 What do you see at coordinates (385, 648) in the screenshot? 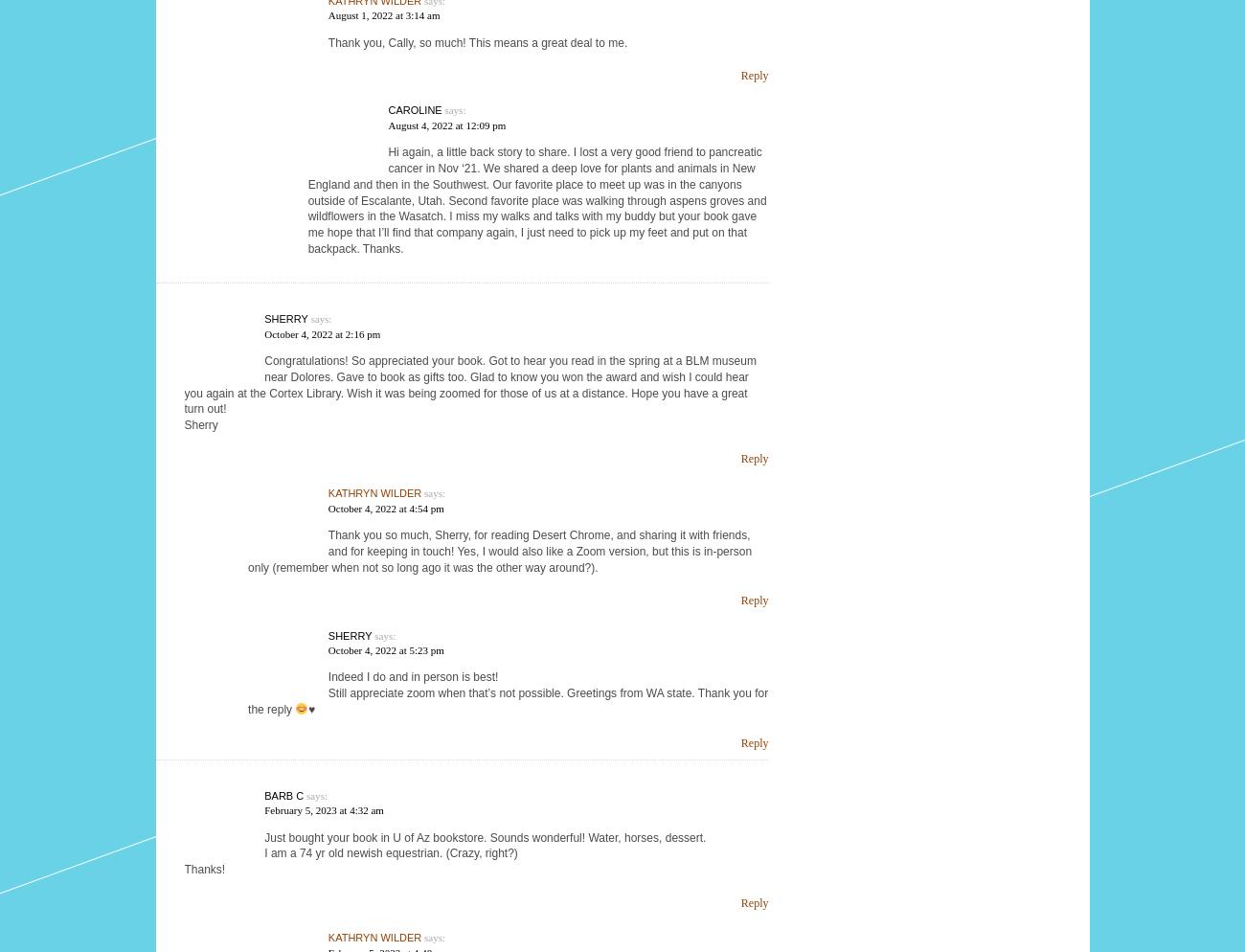
I see `'October 4, 2022 at 5:23 pm'` at bounding box center [385, 648].